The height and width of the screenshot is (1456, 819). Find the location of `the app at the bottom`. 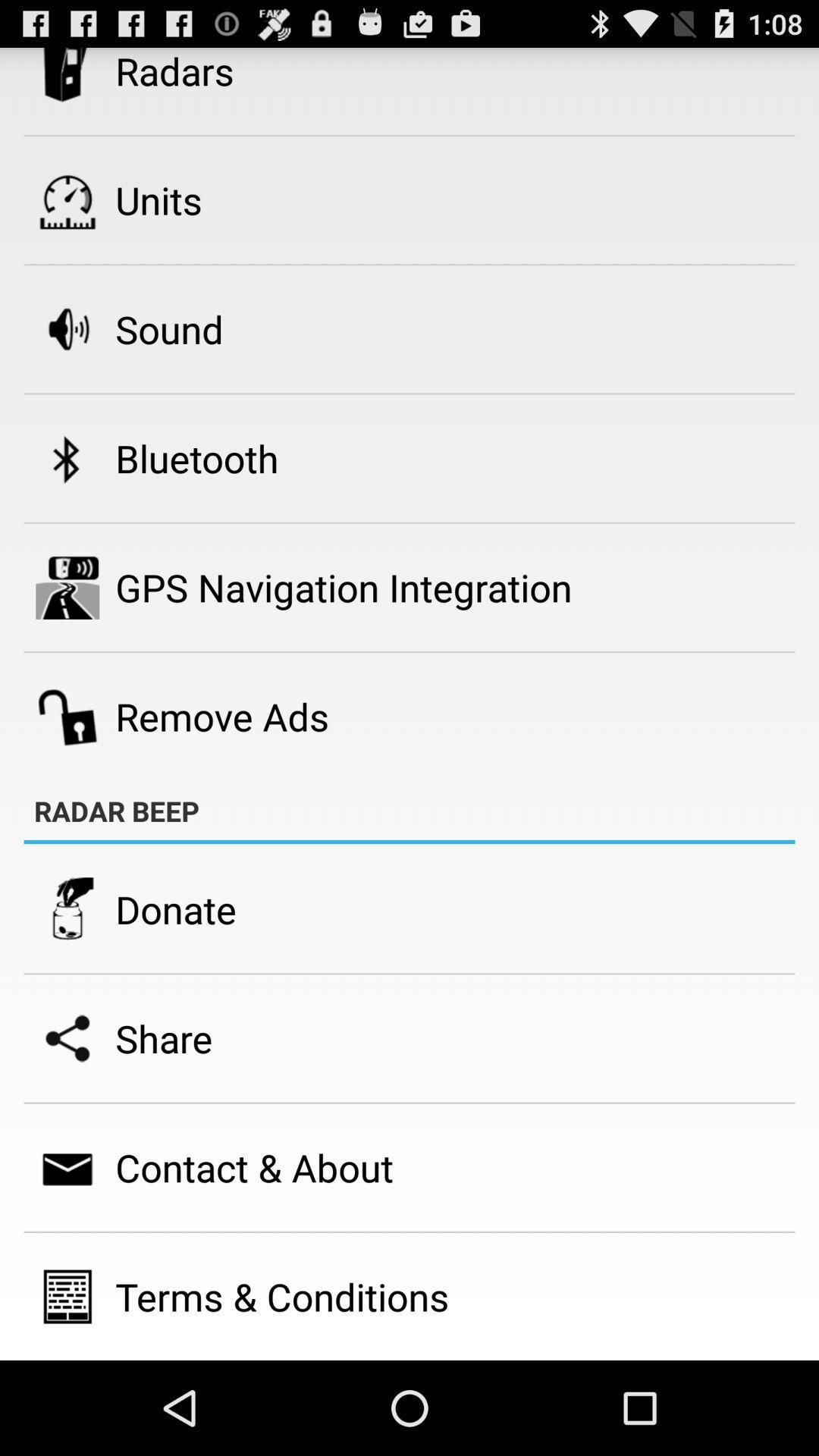

the app at the bottom is located at coordinates (282, 1295).